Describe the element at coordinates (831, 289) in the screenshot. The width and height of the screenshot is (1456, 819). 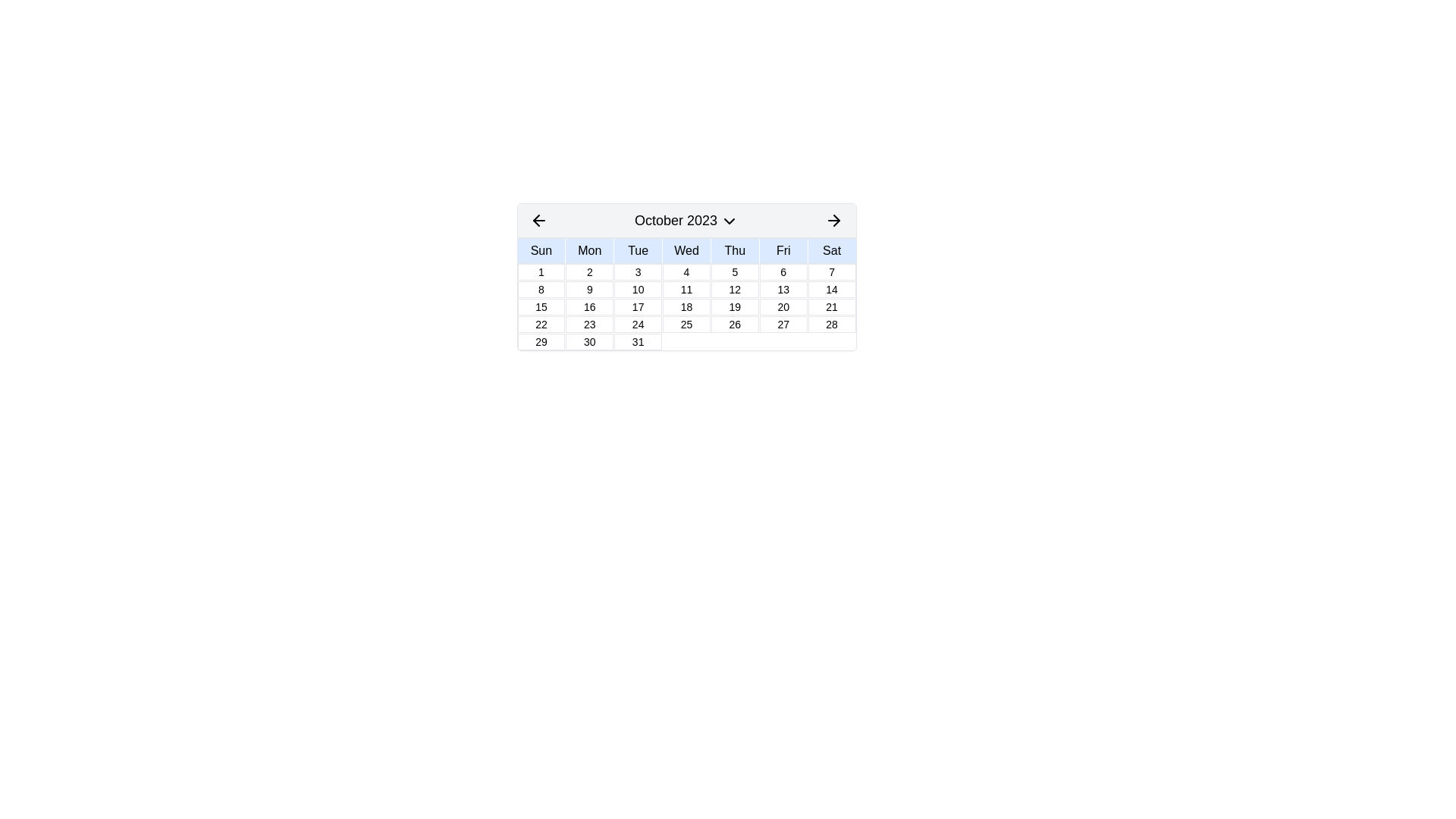
I see `the non-interactive text element displaying the date October 14th, 2023, located in the sixth column and second row of the calendar grid under 'Sat'` at that location.